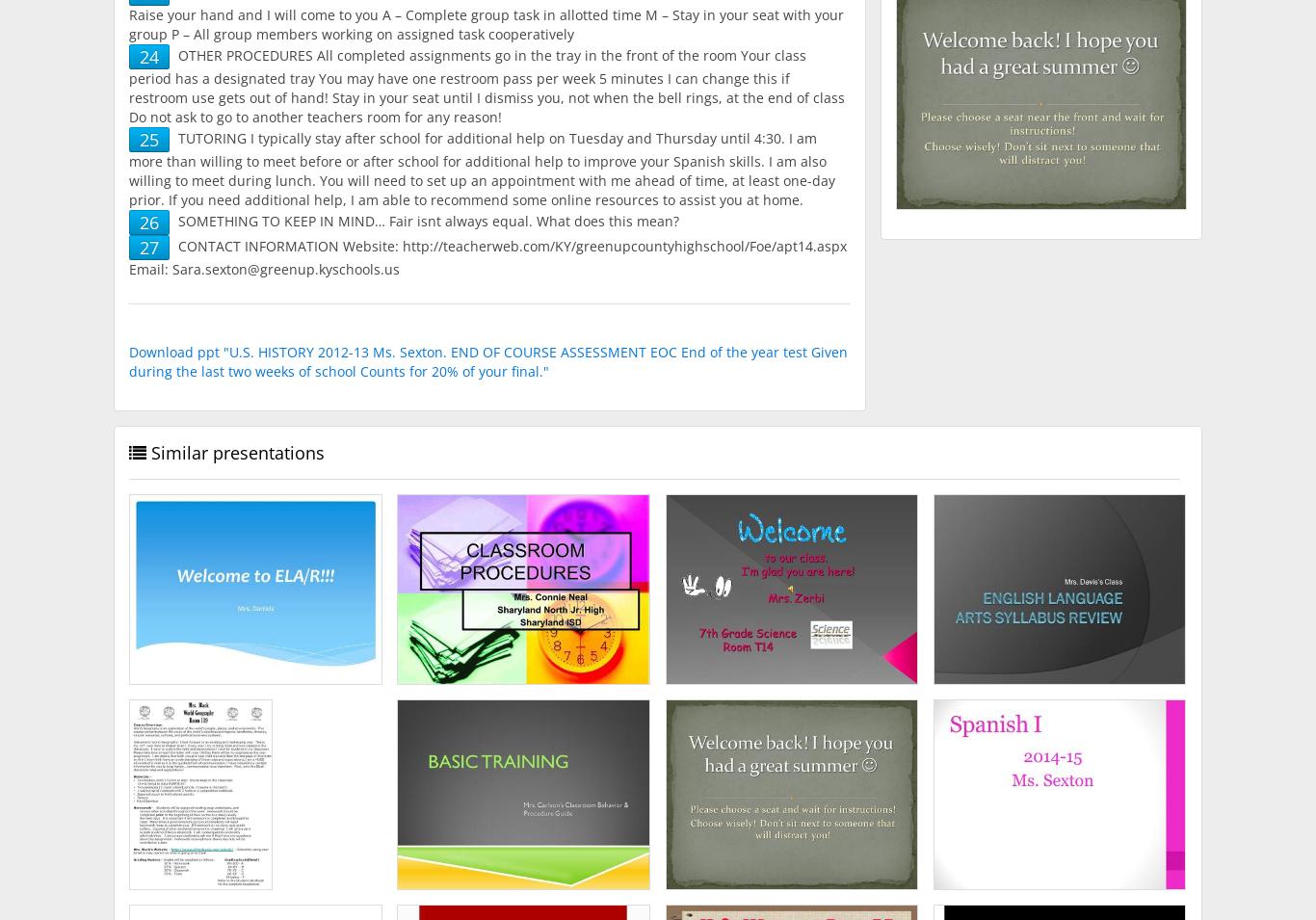  What do you see at coordinates (148, 56) in the screenshot?
I see `'24'` at bounding box center [148, 56].